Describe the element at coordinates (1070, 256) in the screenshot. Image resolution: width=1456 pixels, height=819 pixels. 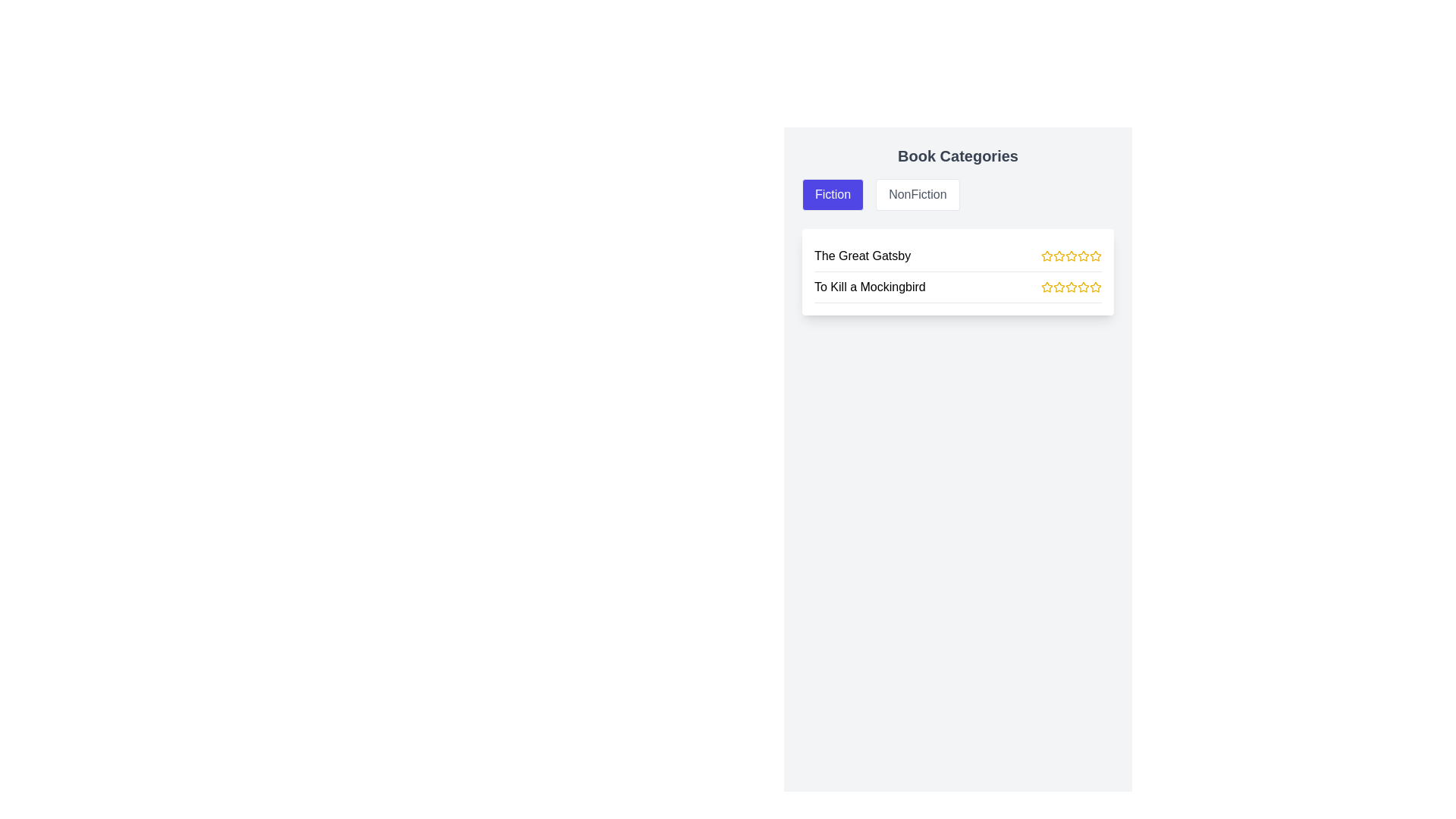
I see `the fourth yellow star in the rating system, located next to the title 'The Great Gatsby' in the Fiction category` at that location.